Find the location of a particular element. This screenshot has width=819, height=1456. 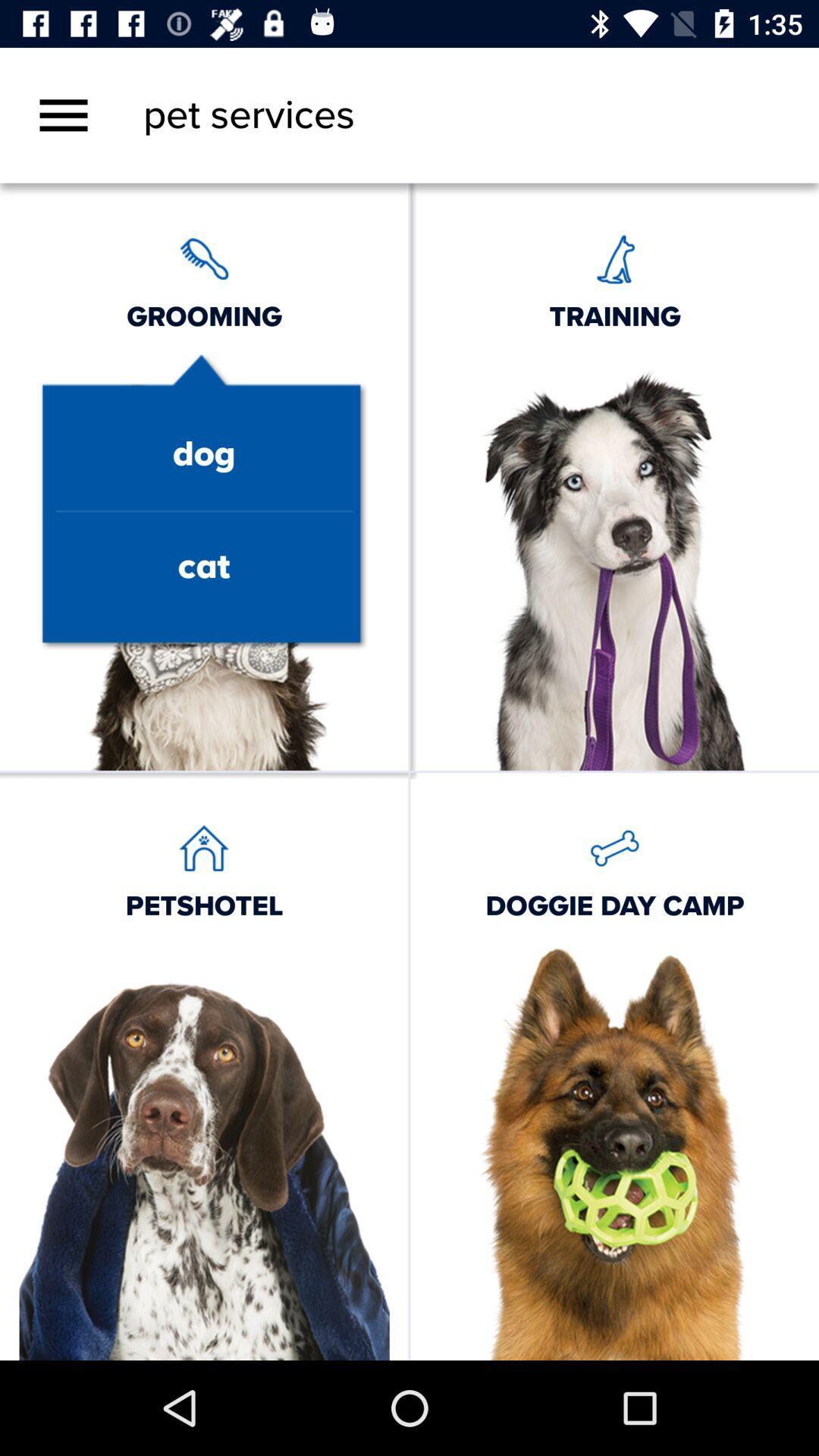

item next to the pet services item is located at coordinates (63, 115).